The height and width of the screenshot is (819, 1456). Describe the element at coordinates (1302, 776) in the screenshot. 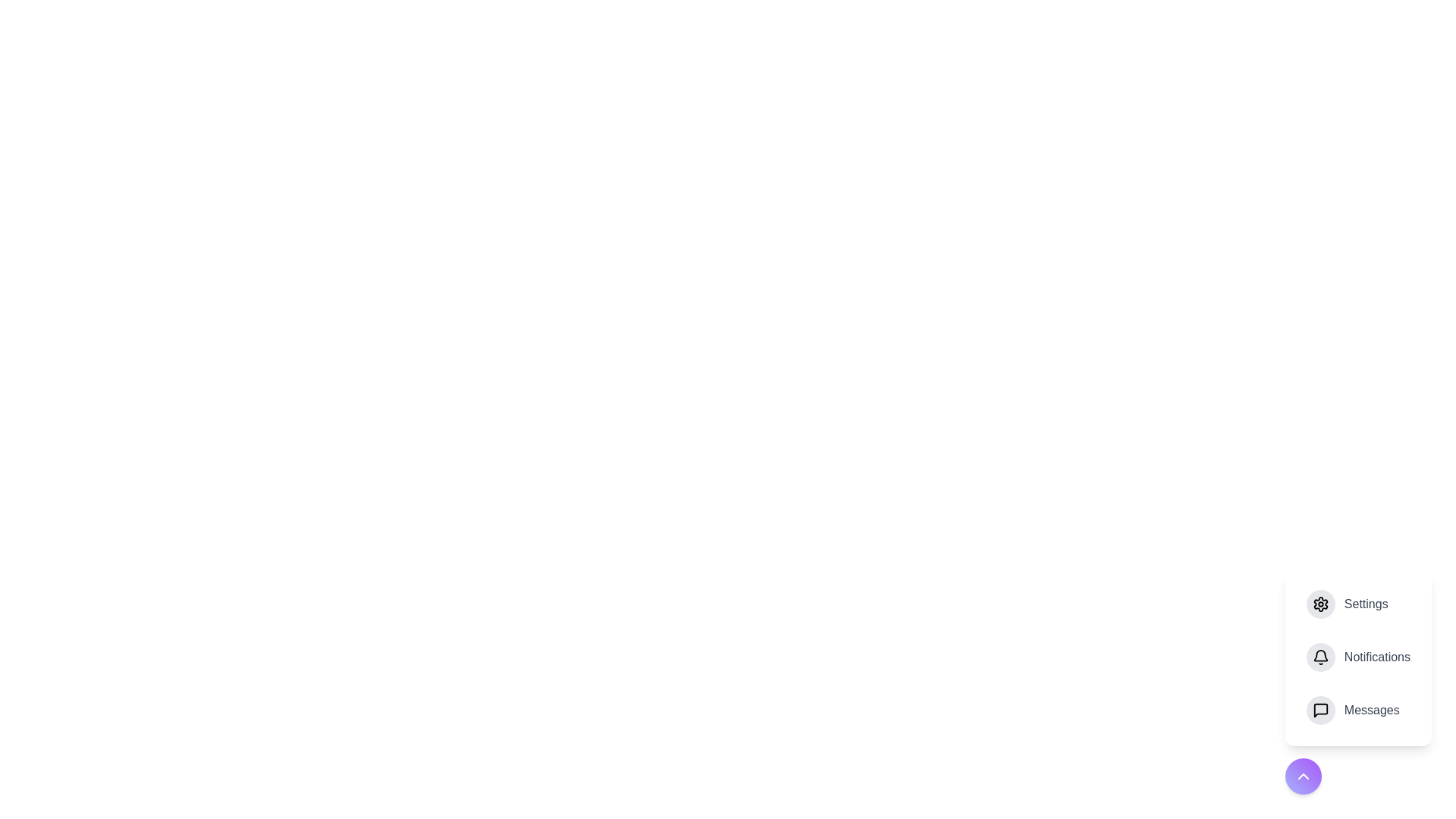

I see `floating action button to toggle the menu visibility` at that location.